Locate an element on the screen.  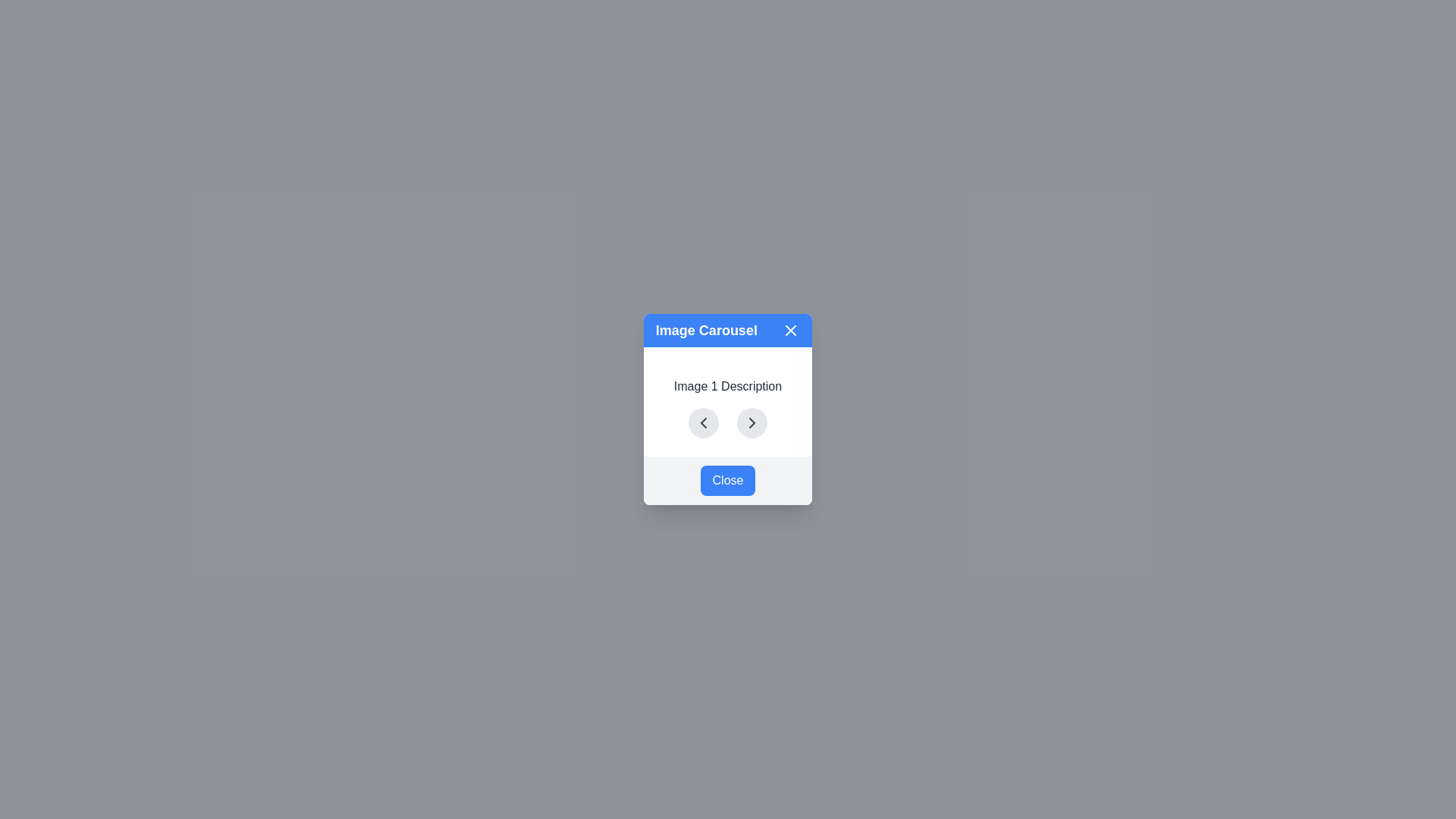
the close button icon located at the top-right corner of the 'Image Carousel' dialog box to trigger a visual response is located at coordinates (790, 329).